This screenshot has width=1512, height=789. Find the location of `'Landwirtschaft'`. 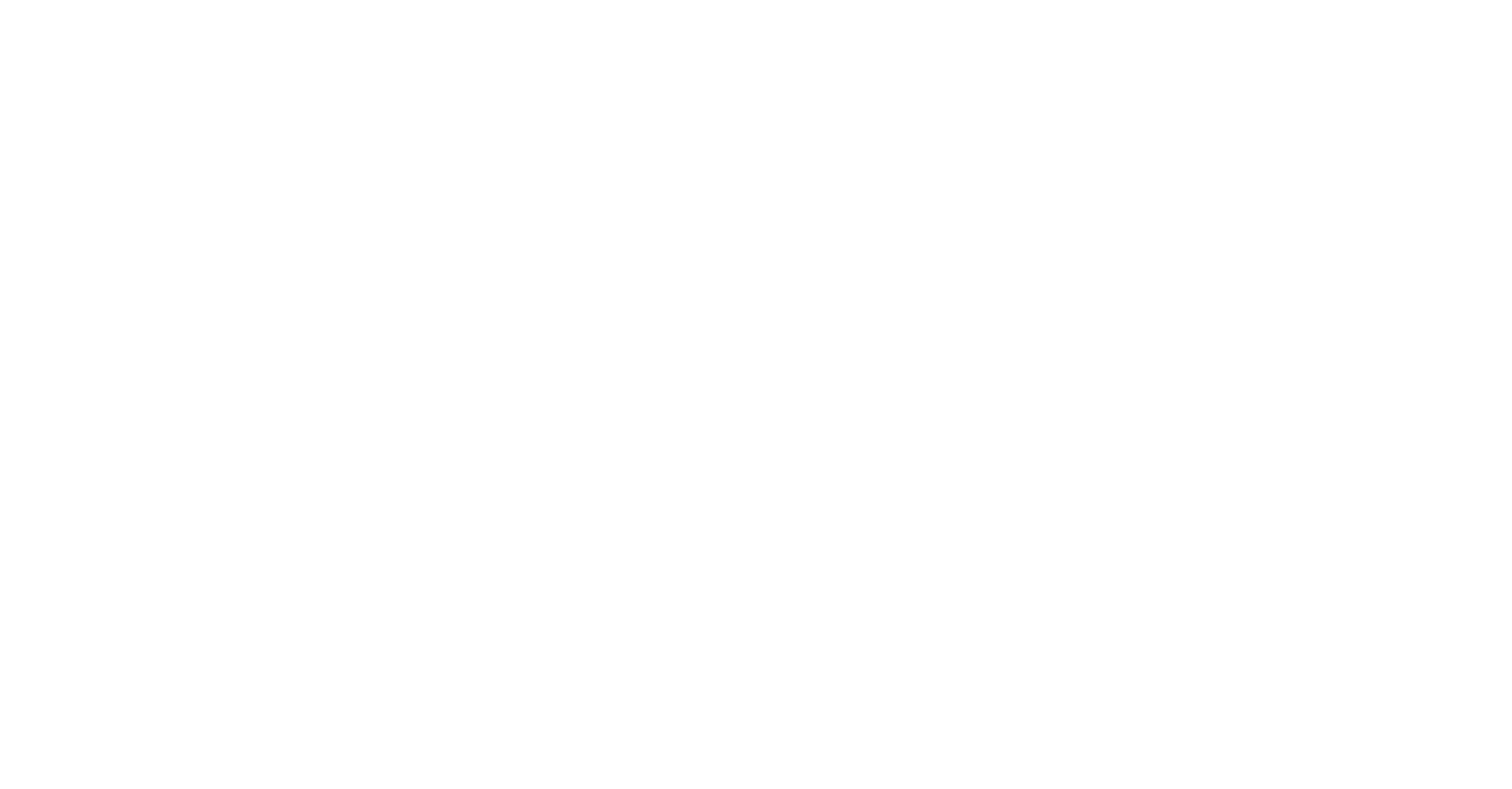

'Landwirtschaft' is located at coordinates (1463, 181).